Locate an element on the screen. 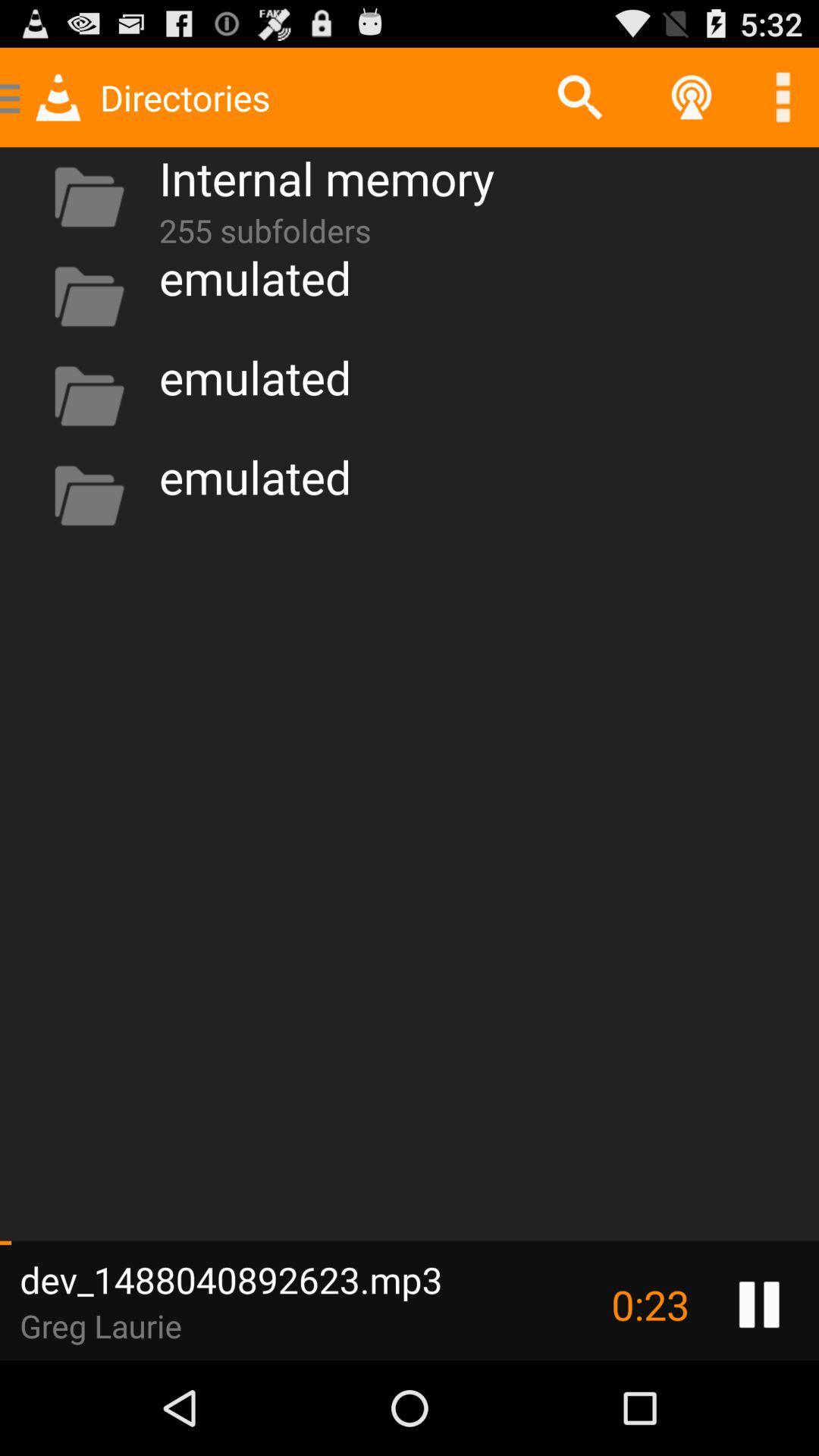 This screenshot has height=1456, width=819. app to the right of the internal memory app is located at coordinates (579, 96).